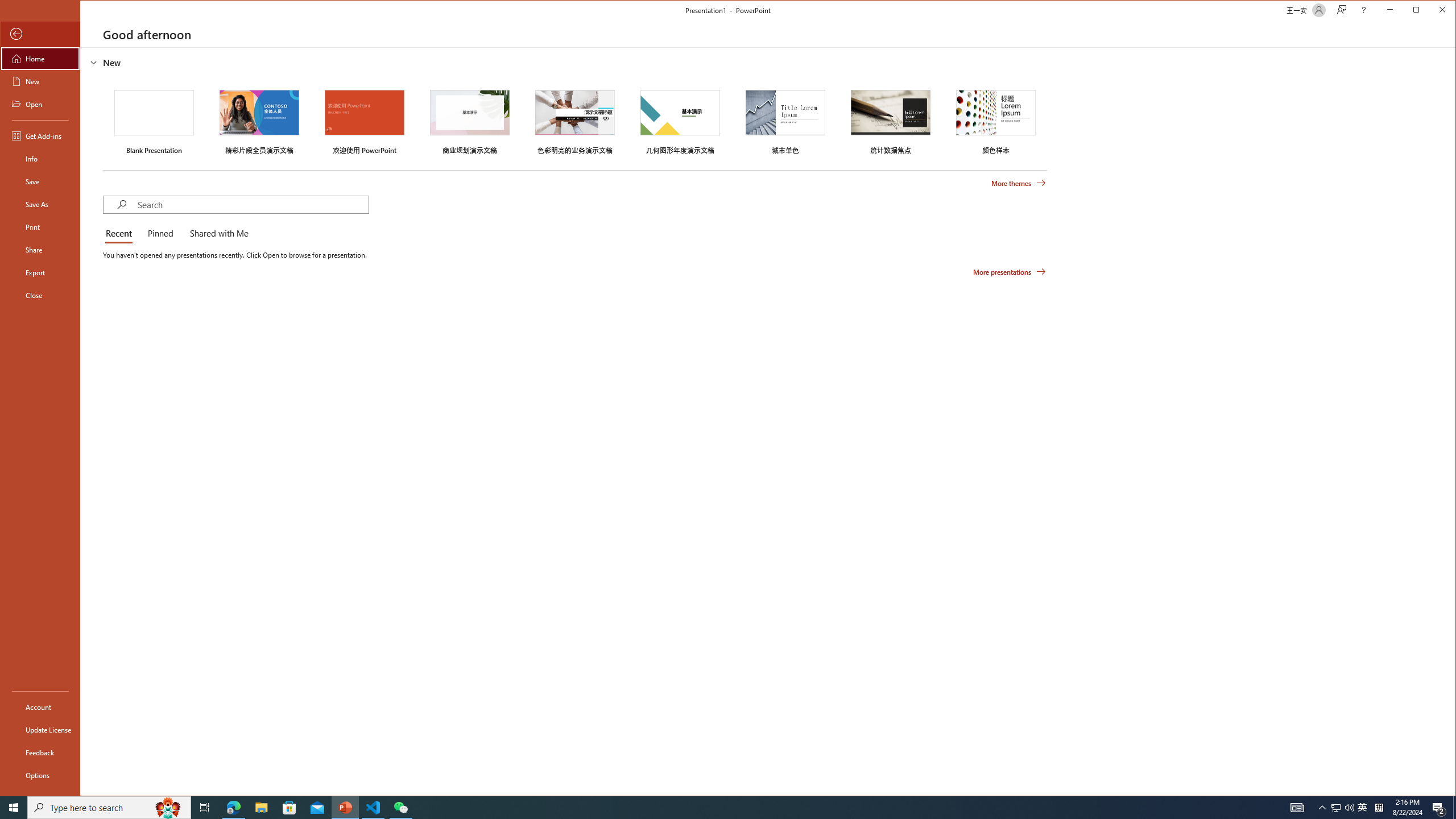 Image resolution: width=1456 pixels, height=819 pixels. What do you see at coordinates (1017, 183) in the screenshot?
I see `'More themes'` at bounding box center [1017, 183].